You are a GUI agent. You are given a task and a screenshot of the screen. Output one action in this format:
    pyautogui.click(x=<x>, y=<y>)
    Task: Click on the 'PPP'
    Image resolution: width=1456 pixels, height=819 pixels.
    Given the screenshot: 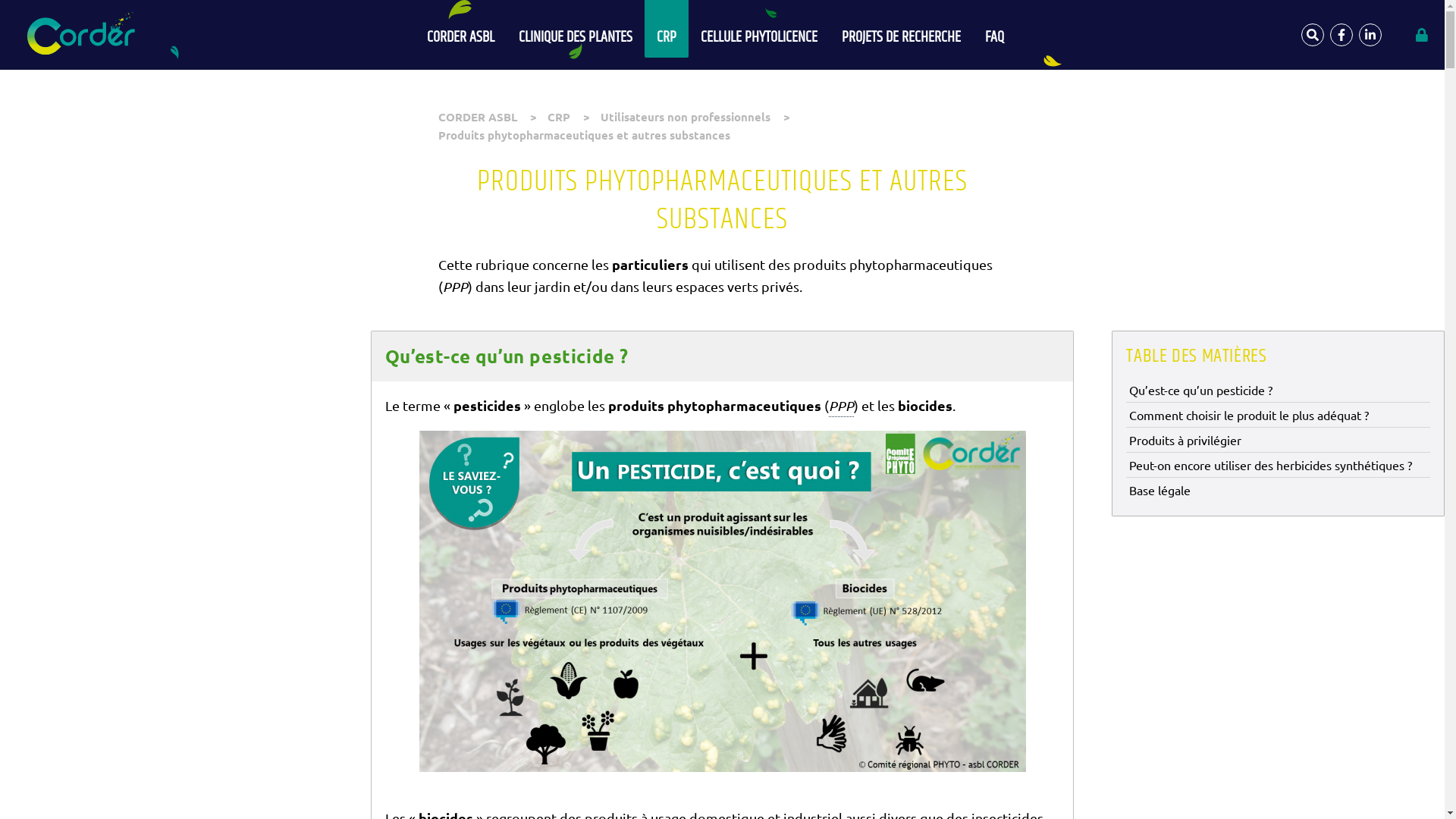 What is the action you would take?
    pyautogui.click(x=840, y=406)
    